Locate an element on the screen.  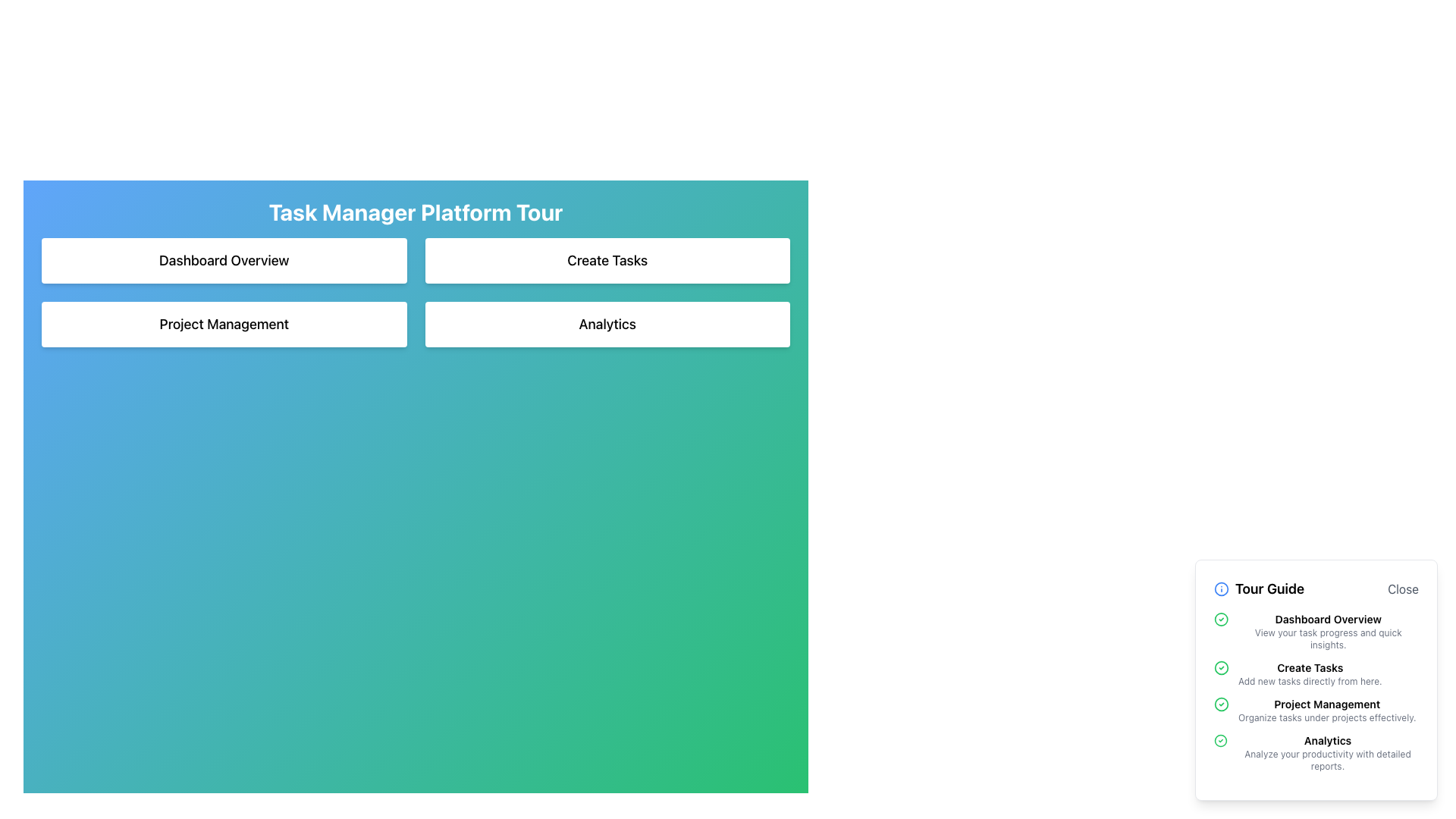
the Panel widget located in the bottom-right area of the interface is located at coordinates (1316, 679).